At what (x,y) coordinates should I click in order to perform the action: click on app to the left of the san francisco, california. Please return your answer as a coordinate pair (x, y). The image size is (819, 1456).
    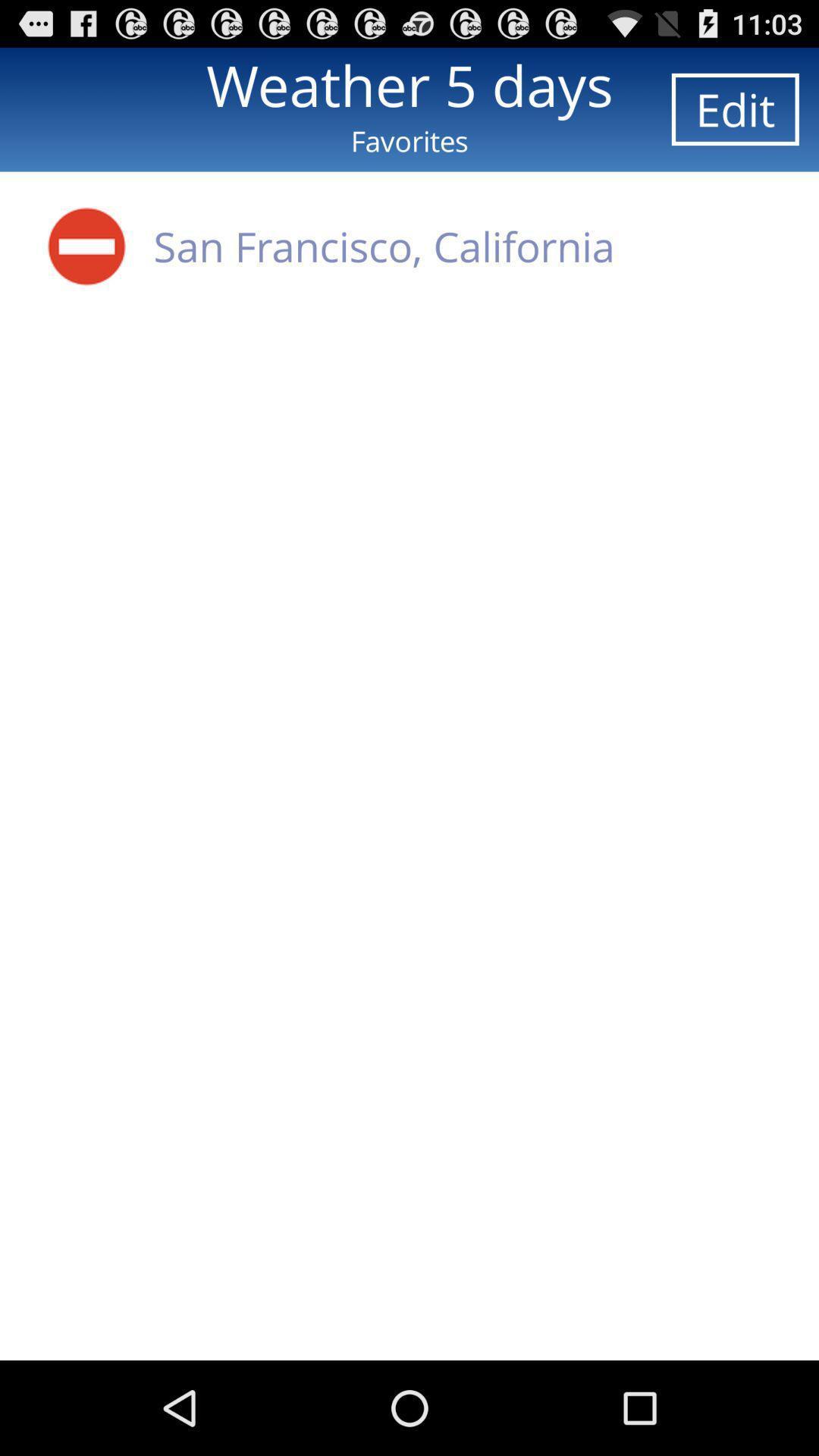
    Looking at the image, I should click on (86, 246).